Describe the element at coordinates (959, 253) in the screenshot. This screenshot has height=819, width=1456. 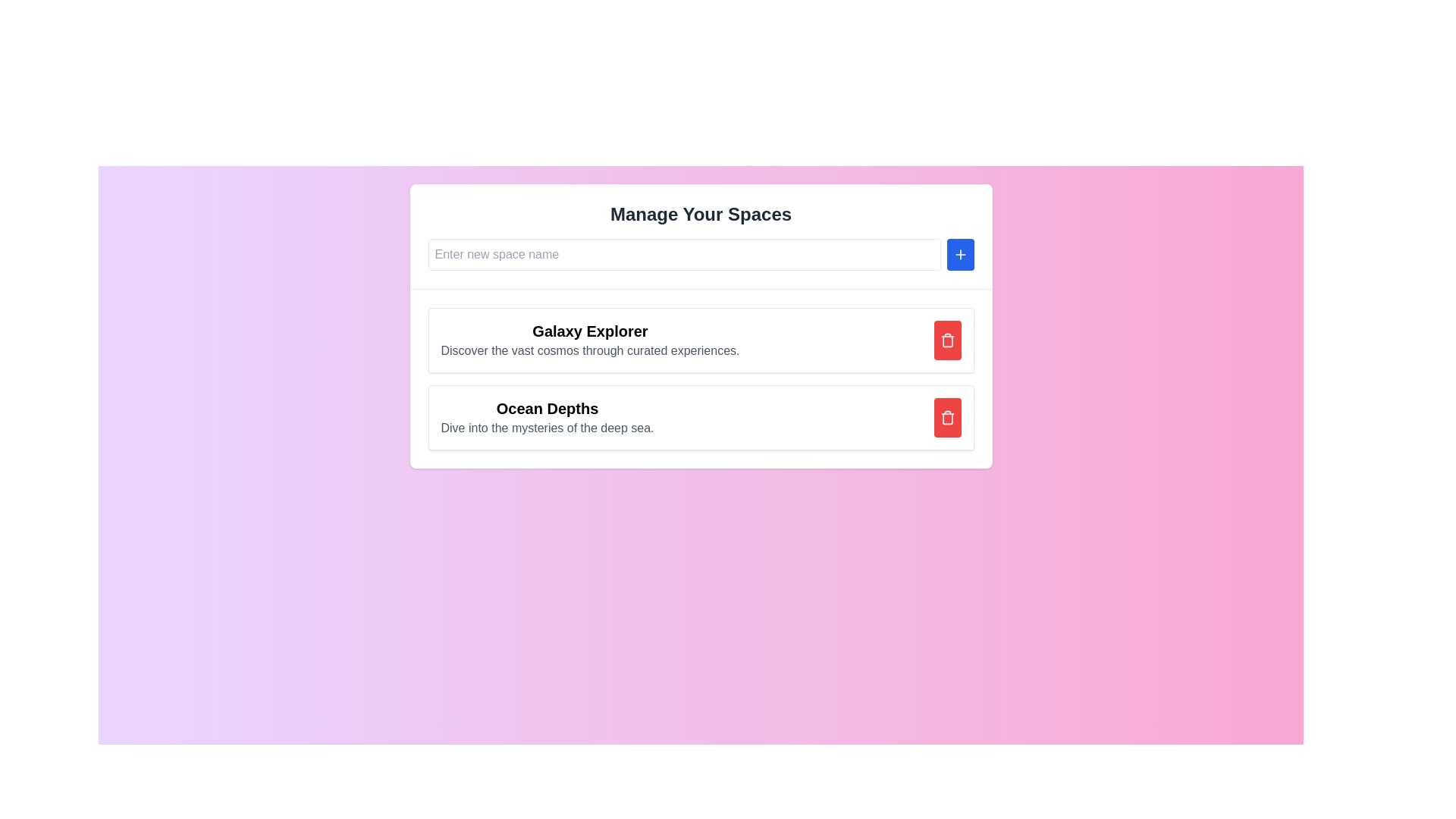
I see `the plus icon within the rounded blue button` at that location.